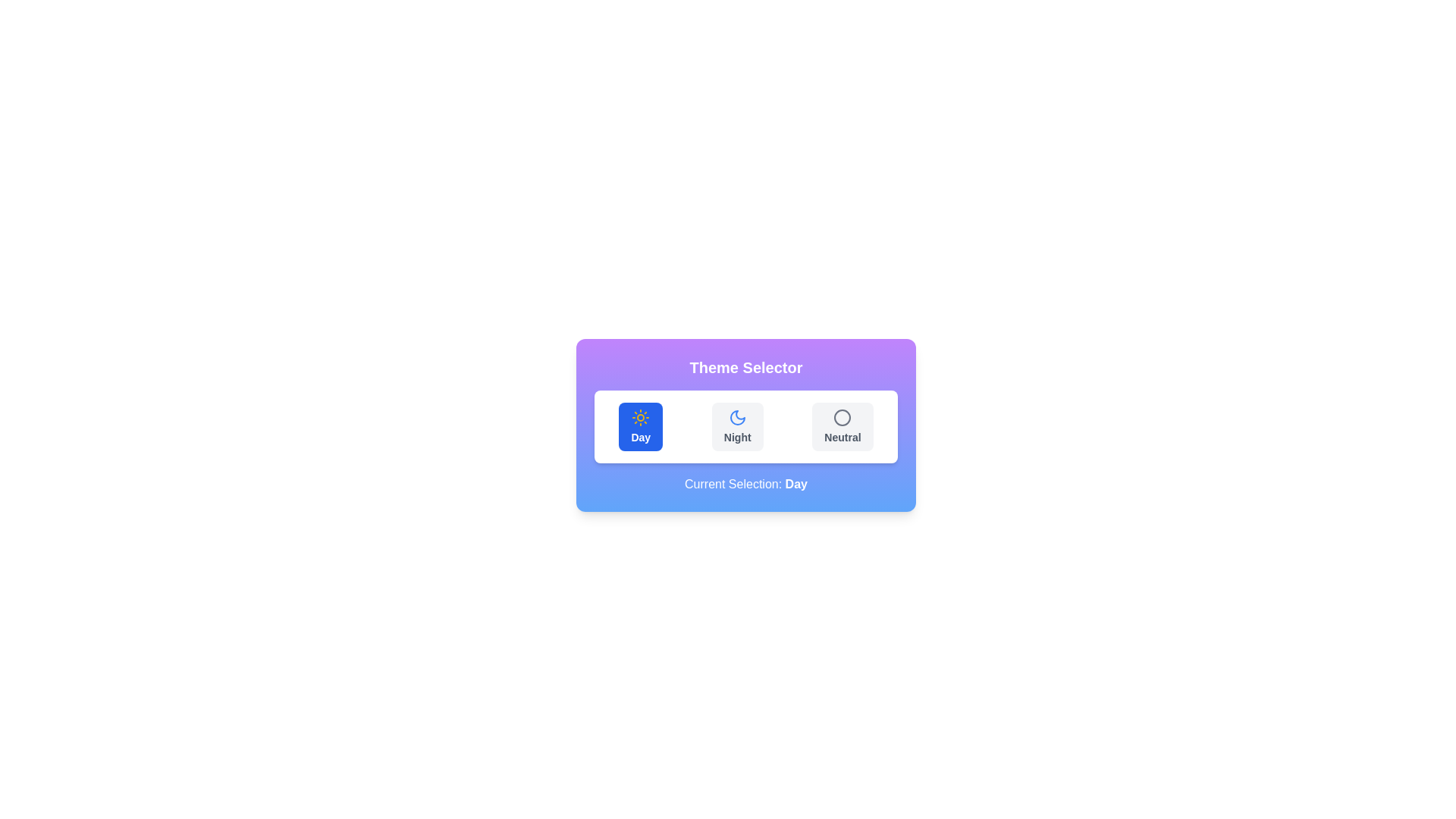  Describe the element at coordinates (745, 485) in the screenshot. I see `text label that displays 'Current Selection: Day', which is styled in white on a blue gradient background and located below the theme selection options in the card component` at that location.